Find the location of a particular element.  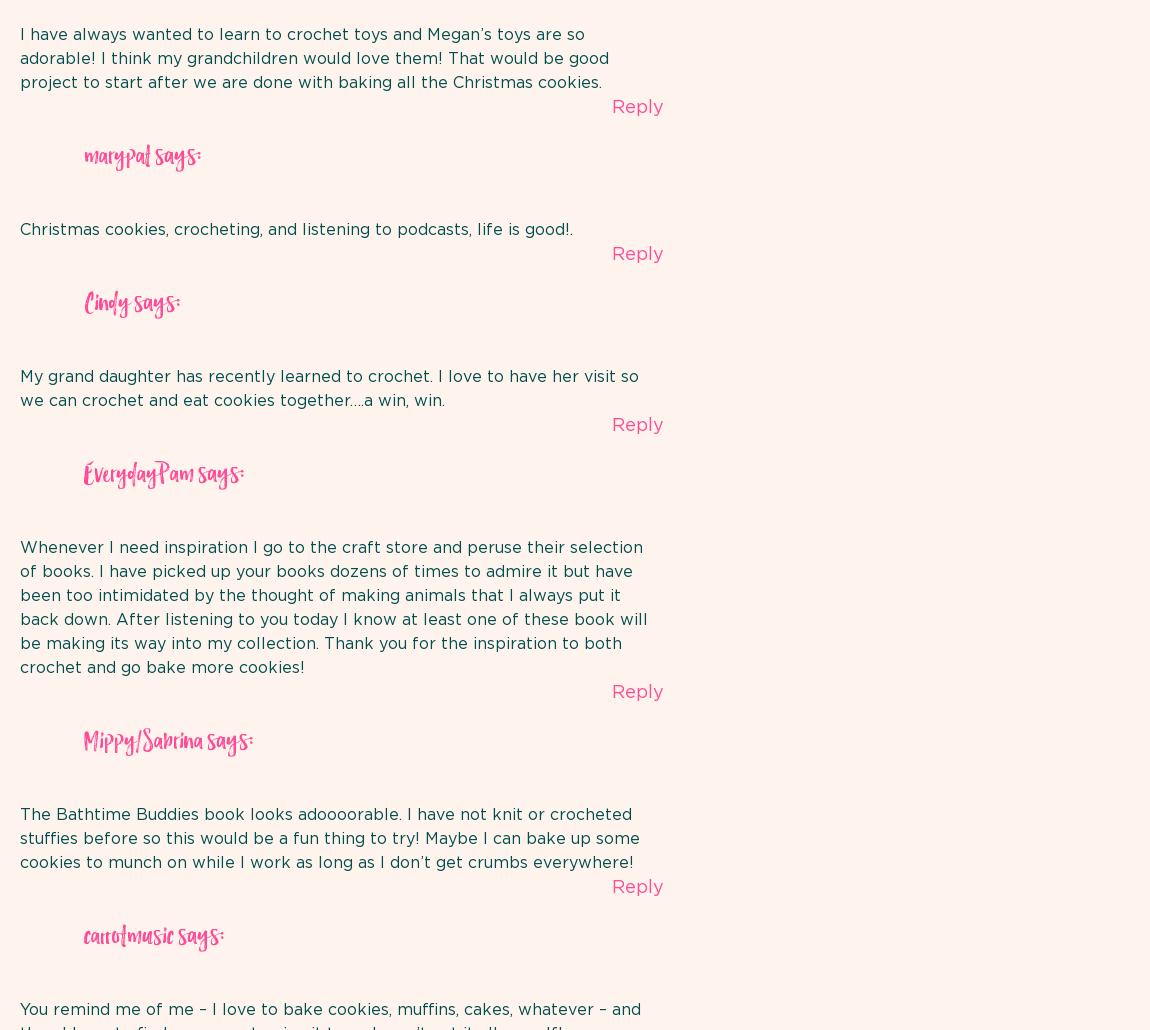

'Cindy' is located at coordinates (105, 302).